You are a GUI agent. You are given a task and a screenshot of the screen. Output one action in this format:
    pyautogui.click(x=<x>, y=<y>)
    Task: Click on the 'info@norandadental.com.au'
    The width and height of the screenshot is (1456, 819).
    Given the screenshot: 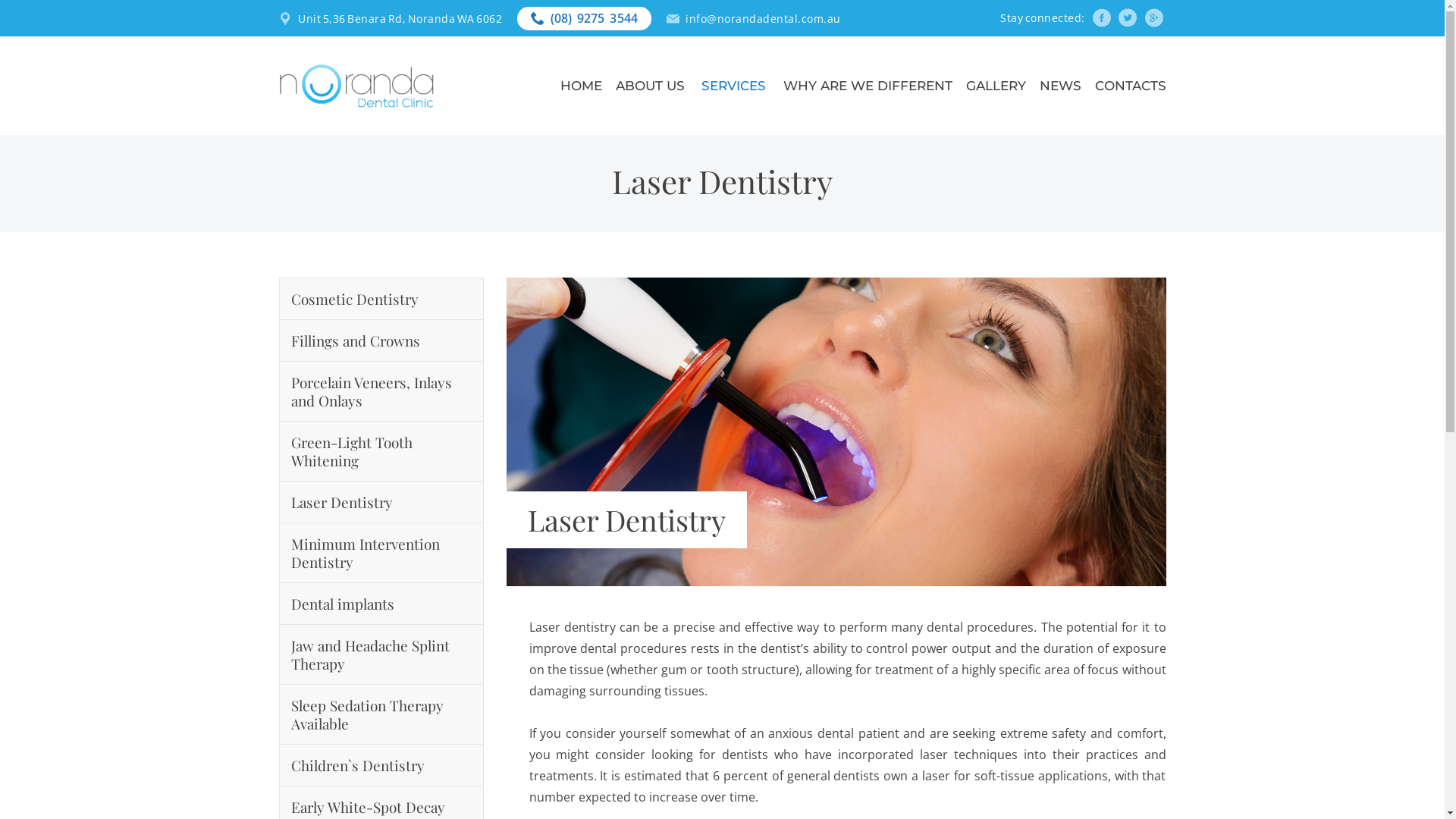 What is the action you would take?
    pyautogui.click(x=763, y=18)
    